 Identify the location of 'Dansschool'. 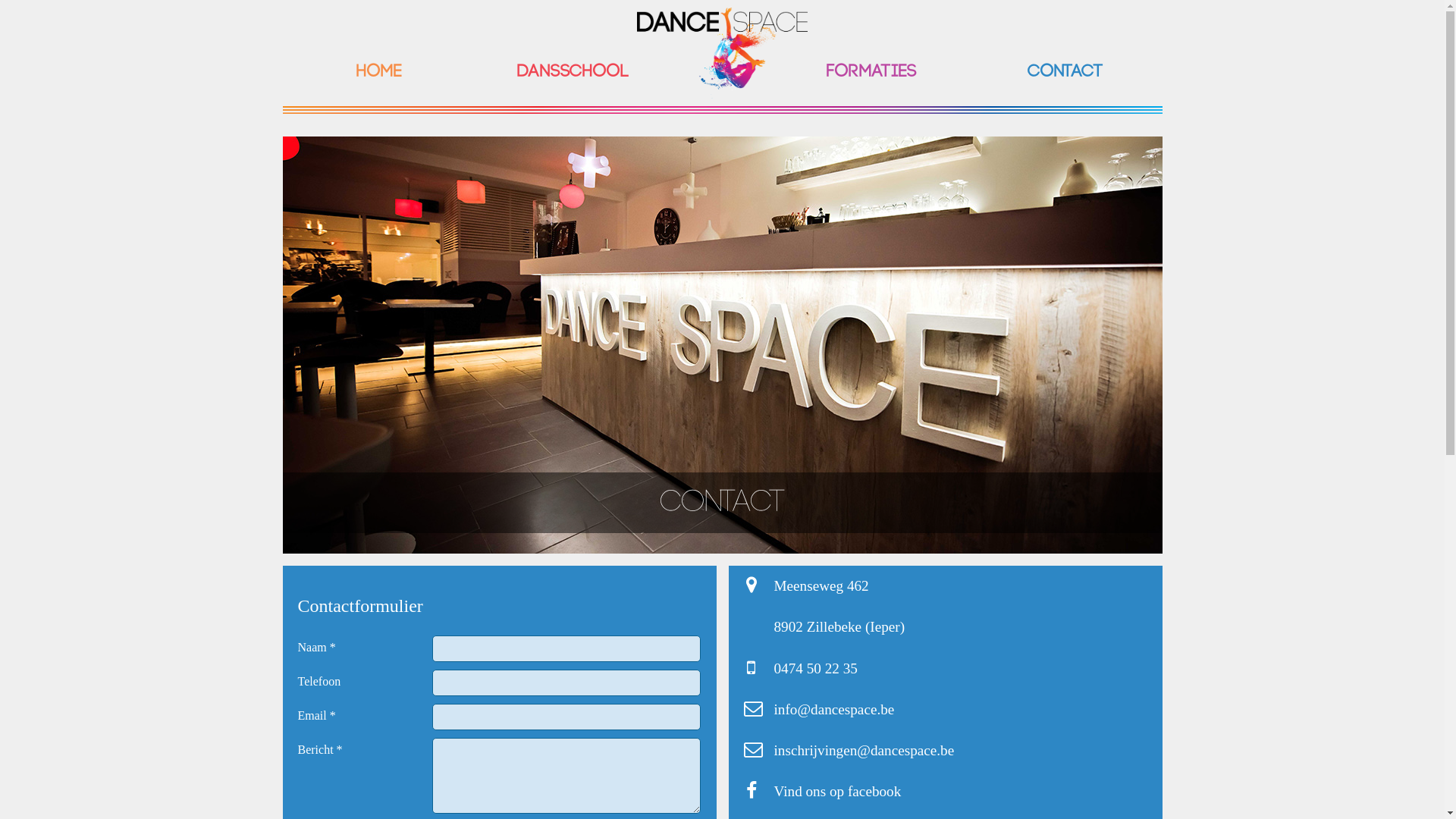
(572, 72).